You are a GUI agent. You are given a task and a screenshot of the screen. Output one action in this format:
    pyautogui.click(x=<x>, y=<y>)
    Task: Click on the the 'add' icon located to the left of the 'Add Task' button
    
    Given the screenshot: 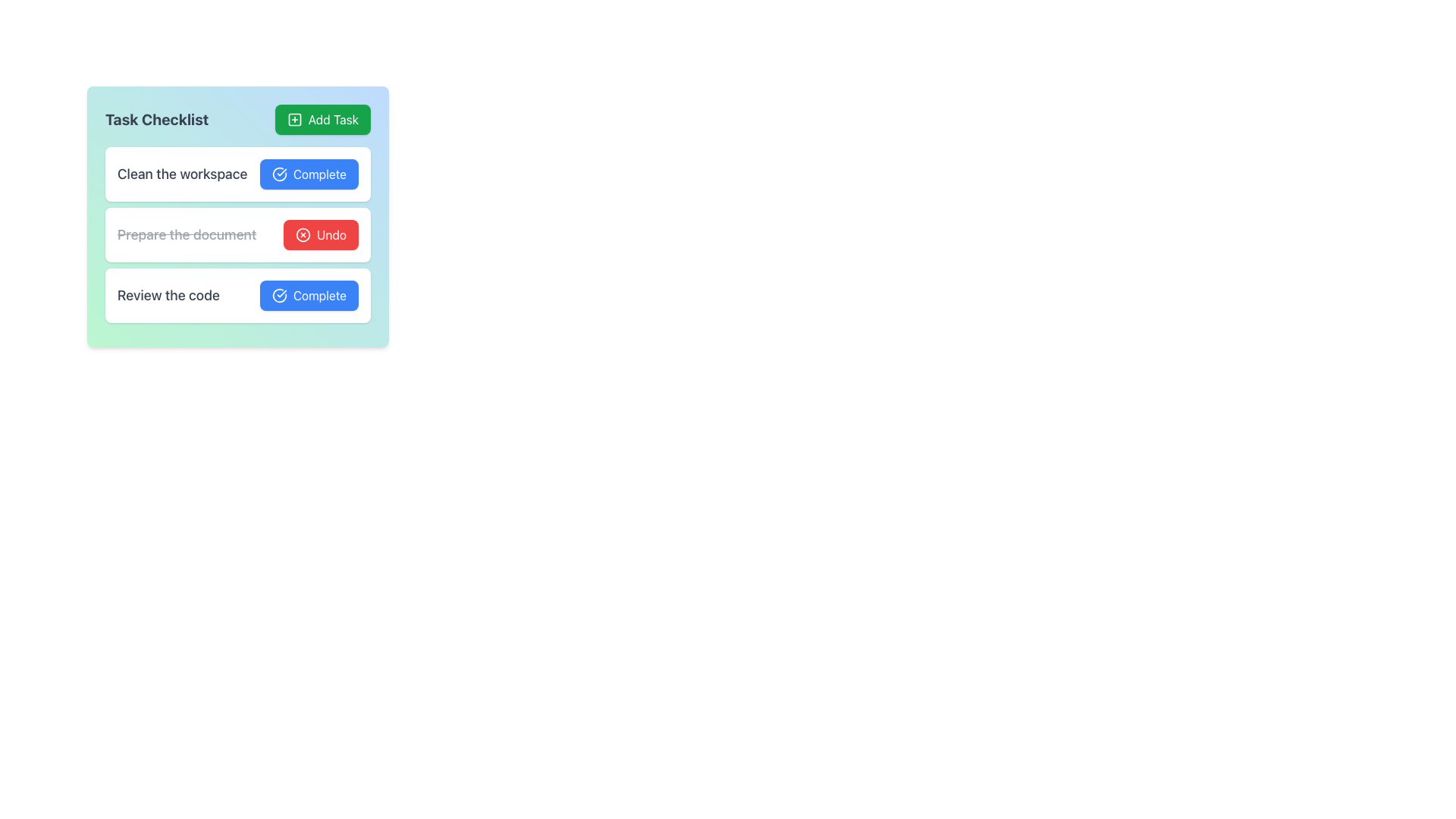 What is the action you would take?
    pyautogui.click(x=294, y=119)
    